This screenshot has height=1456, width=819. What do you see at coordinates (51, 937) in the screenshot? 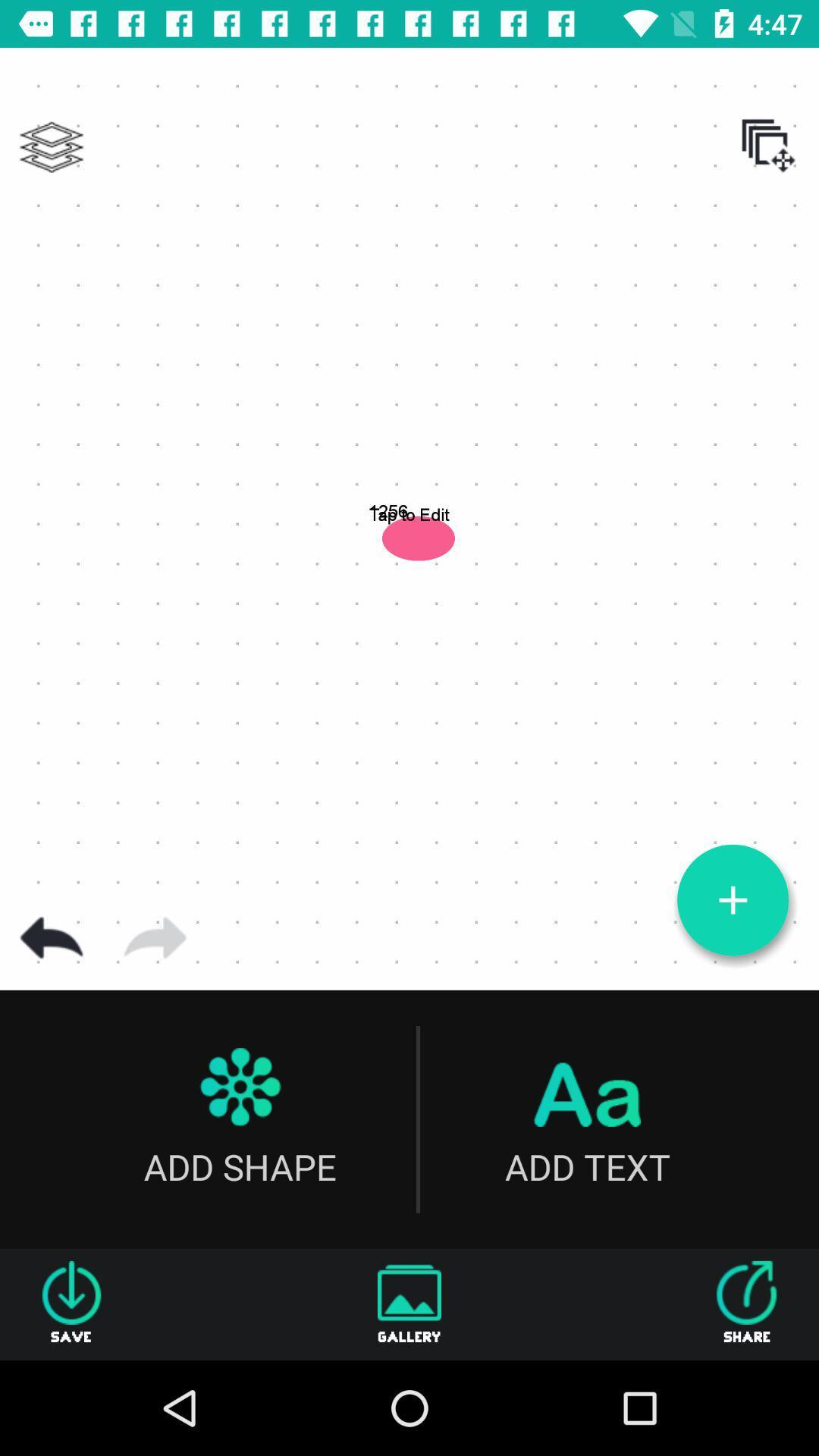
I see `undo` at bounding box center [51, 937].